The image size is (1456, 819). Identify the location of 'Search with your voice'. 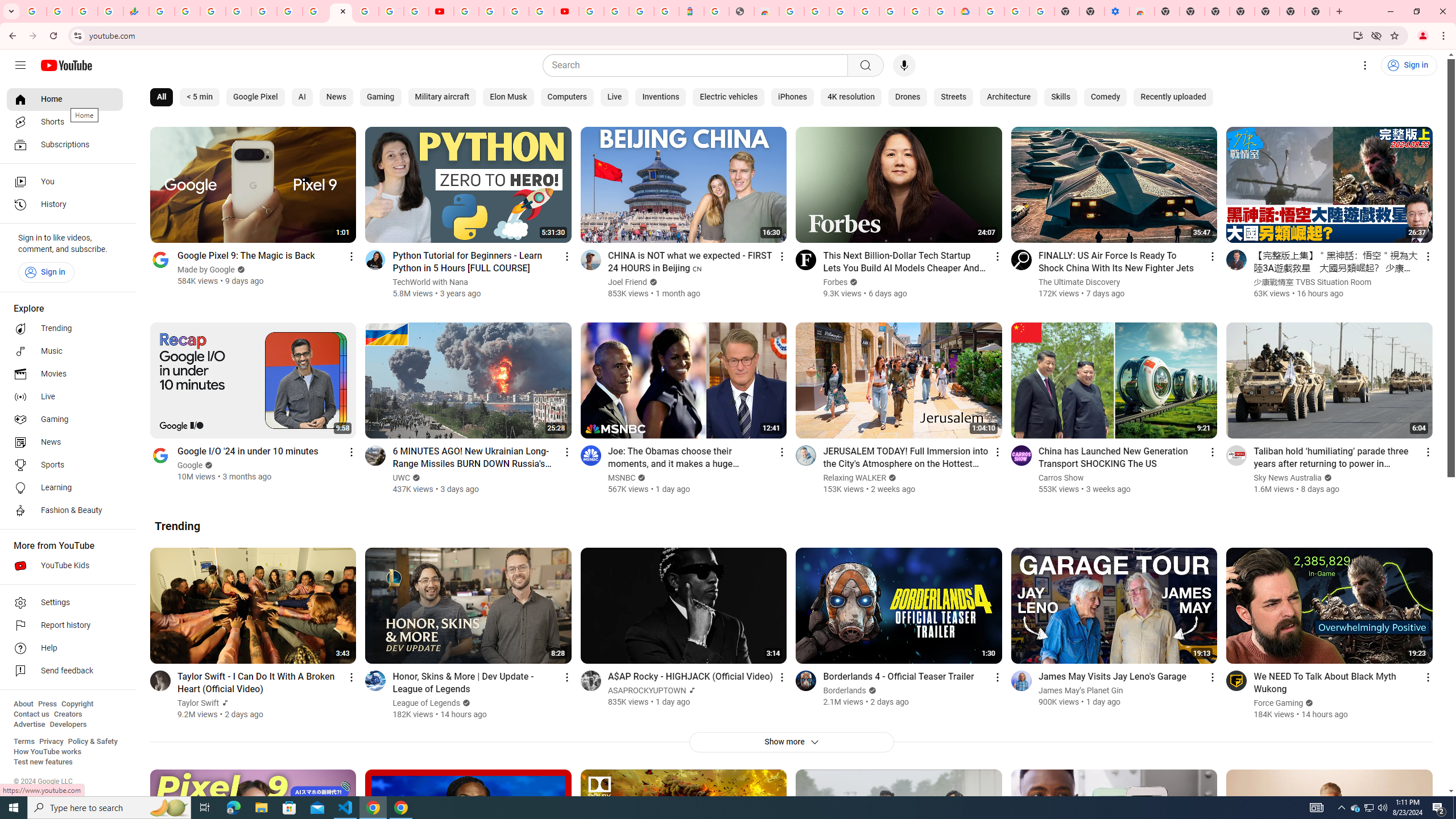
(904, 65).